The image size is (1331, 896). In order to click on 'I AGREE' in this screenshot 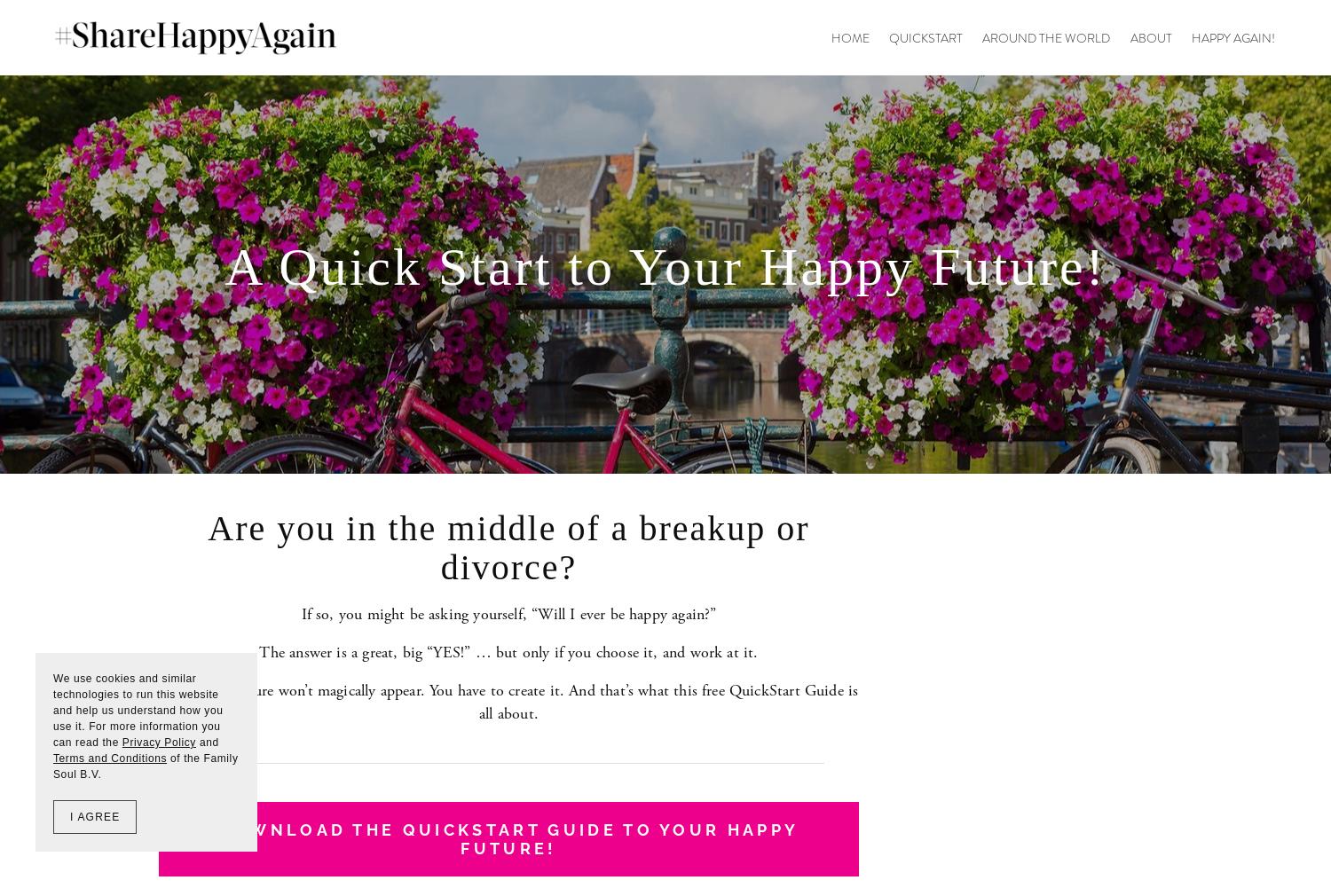, I will do `click(93, 817)`.